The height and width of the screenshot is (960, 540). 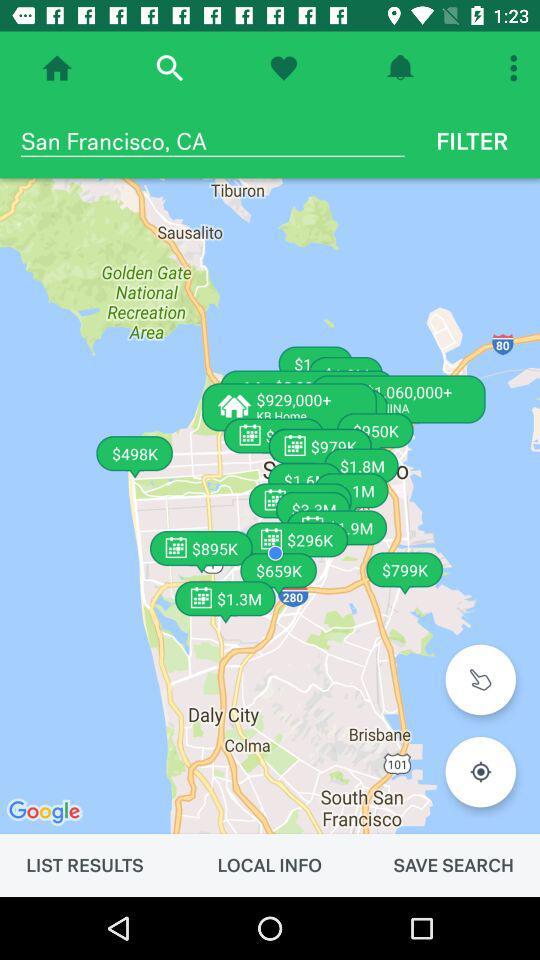 What do you see at coordinates (400, 68) in the screenshot?
I see `notifications` at bounding box center [400, 68].